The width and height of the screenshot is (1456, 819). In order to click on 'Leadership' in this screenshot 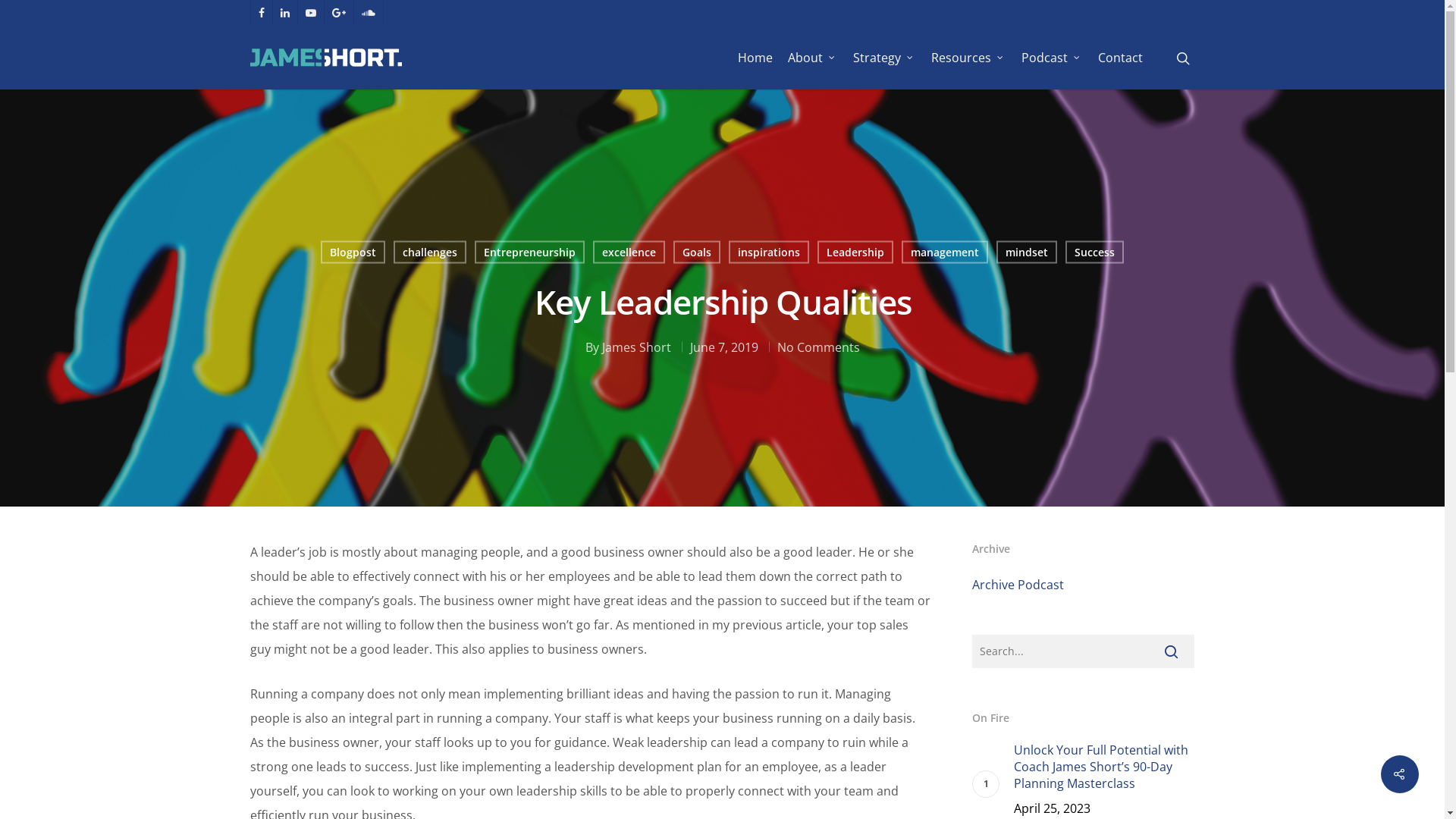, I will do `click(855, 251)`.